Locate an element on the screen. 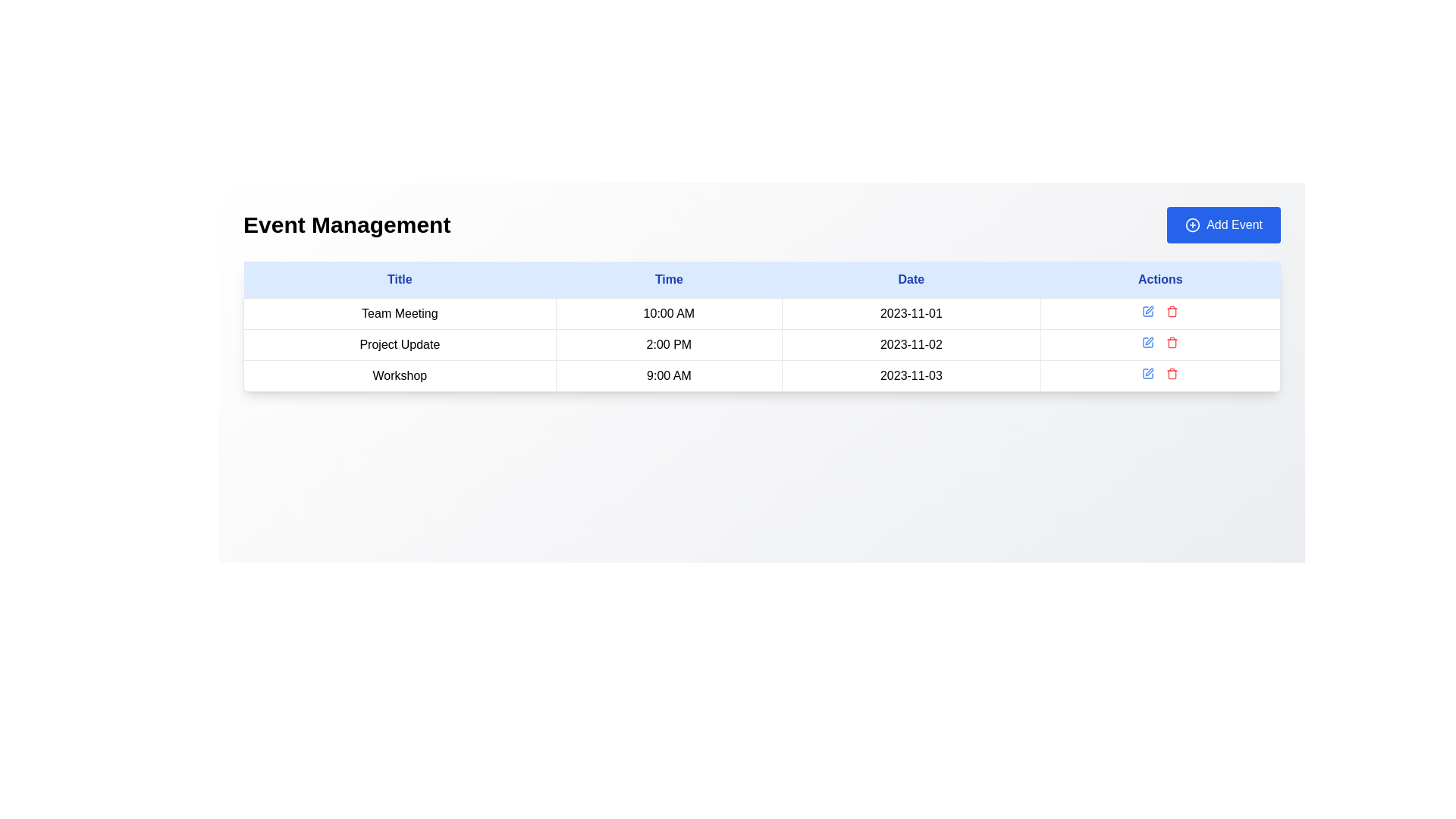  the 'Actions' label, which is styled in a bold blue font on a light blue background and located in the rightmost cell of the header row in a table is located at coordinates (1159, 280).